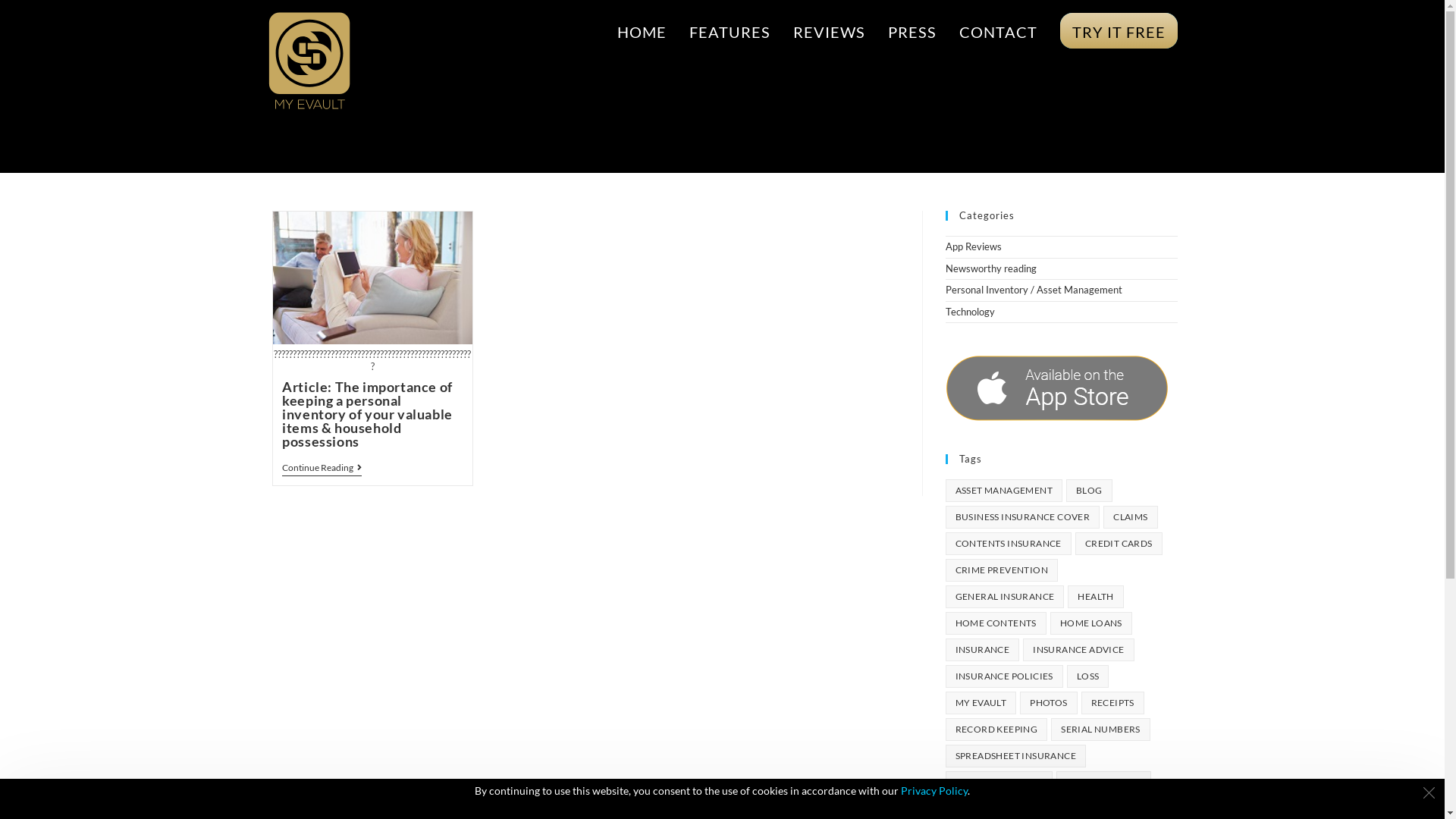  What do you see at coordinates (934, 789) in the screenshot?
I see `'Privacy Policy'` at bounding box center [934, 789].